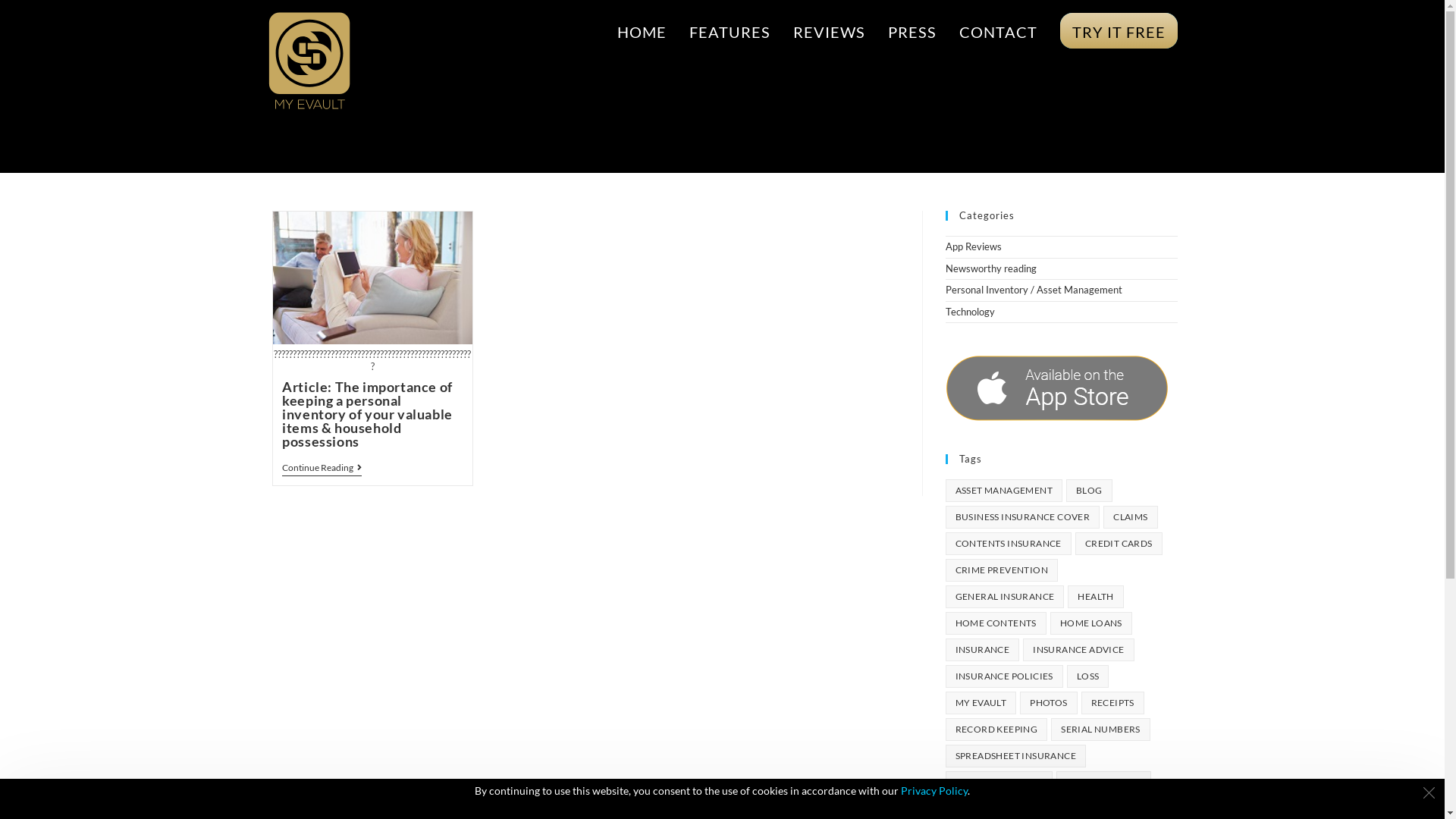  What do you see at coordinates (934, 789) in the screenshot?
I see `'Privacy Policy'` at bounding box center [934, 789].